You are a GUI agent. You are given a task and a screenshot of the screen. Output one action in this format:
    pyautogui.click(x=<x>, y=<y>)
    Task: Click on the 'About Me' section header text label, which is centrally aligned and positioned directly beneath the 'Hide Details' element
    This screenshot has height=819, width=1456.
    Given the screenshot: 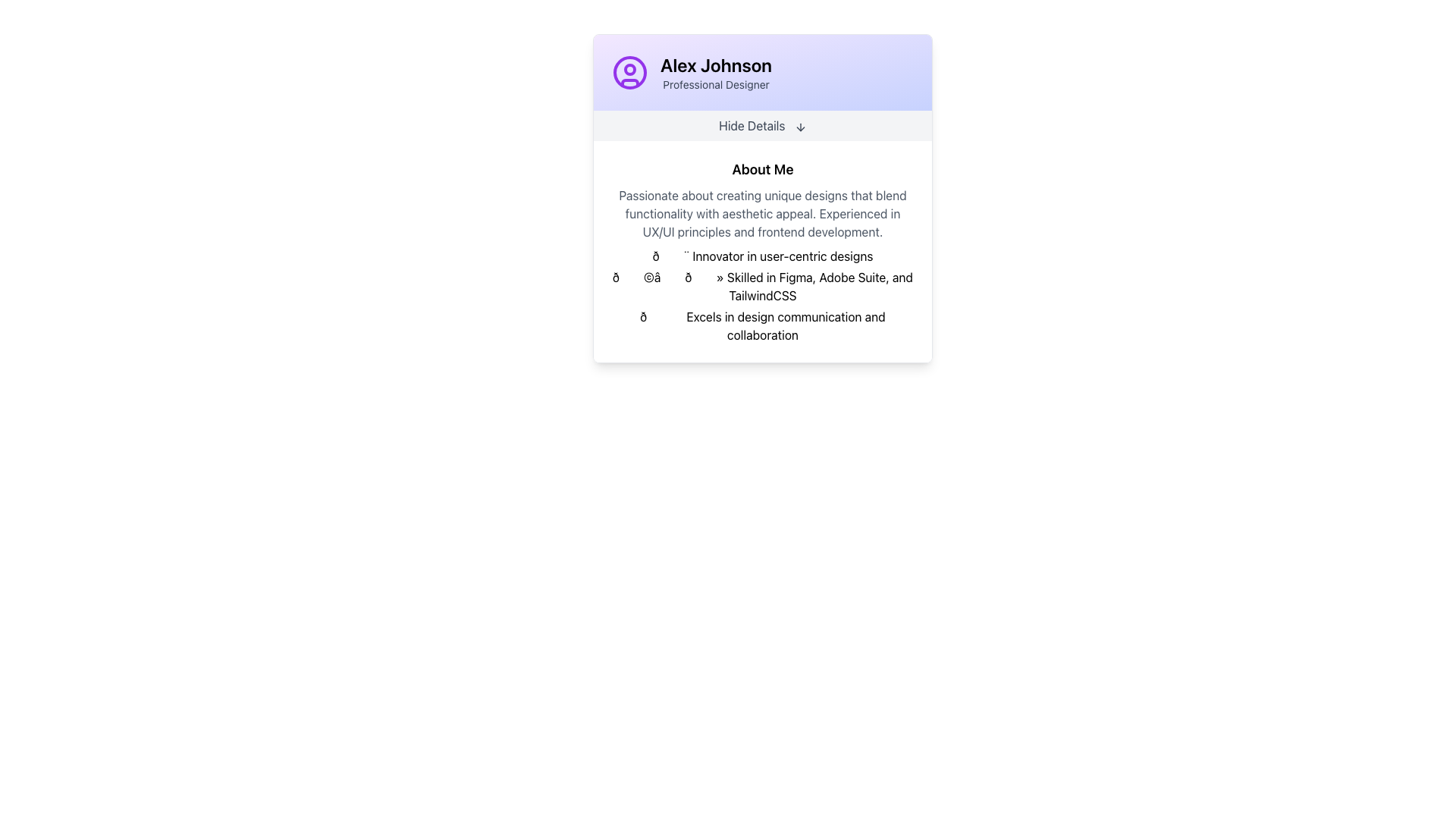 What is the action you would take?
    pyautogui.click(x=763, y=169)
    